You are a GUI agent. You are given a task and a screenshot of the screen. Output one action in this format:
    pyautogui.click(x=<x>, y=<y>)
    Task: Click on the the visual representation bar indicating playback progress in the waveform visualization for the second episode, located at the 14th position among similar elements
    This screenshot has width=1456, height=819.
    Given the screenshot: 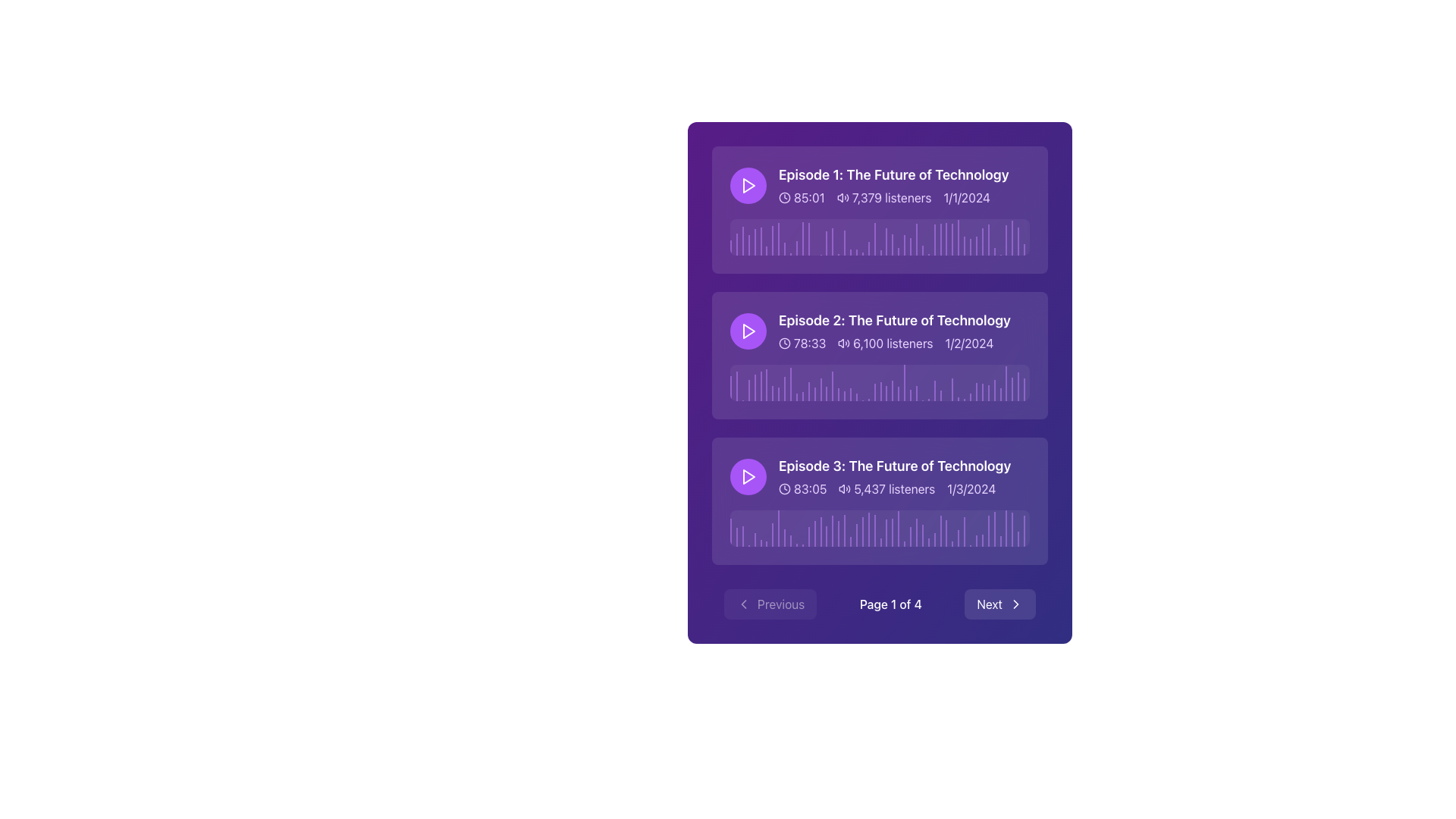 What is the action you would take?
    pyautogui.click(x=808, y=391)
    